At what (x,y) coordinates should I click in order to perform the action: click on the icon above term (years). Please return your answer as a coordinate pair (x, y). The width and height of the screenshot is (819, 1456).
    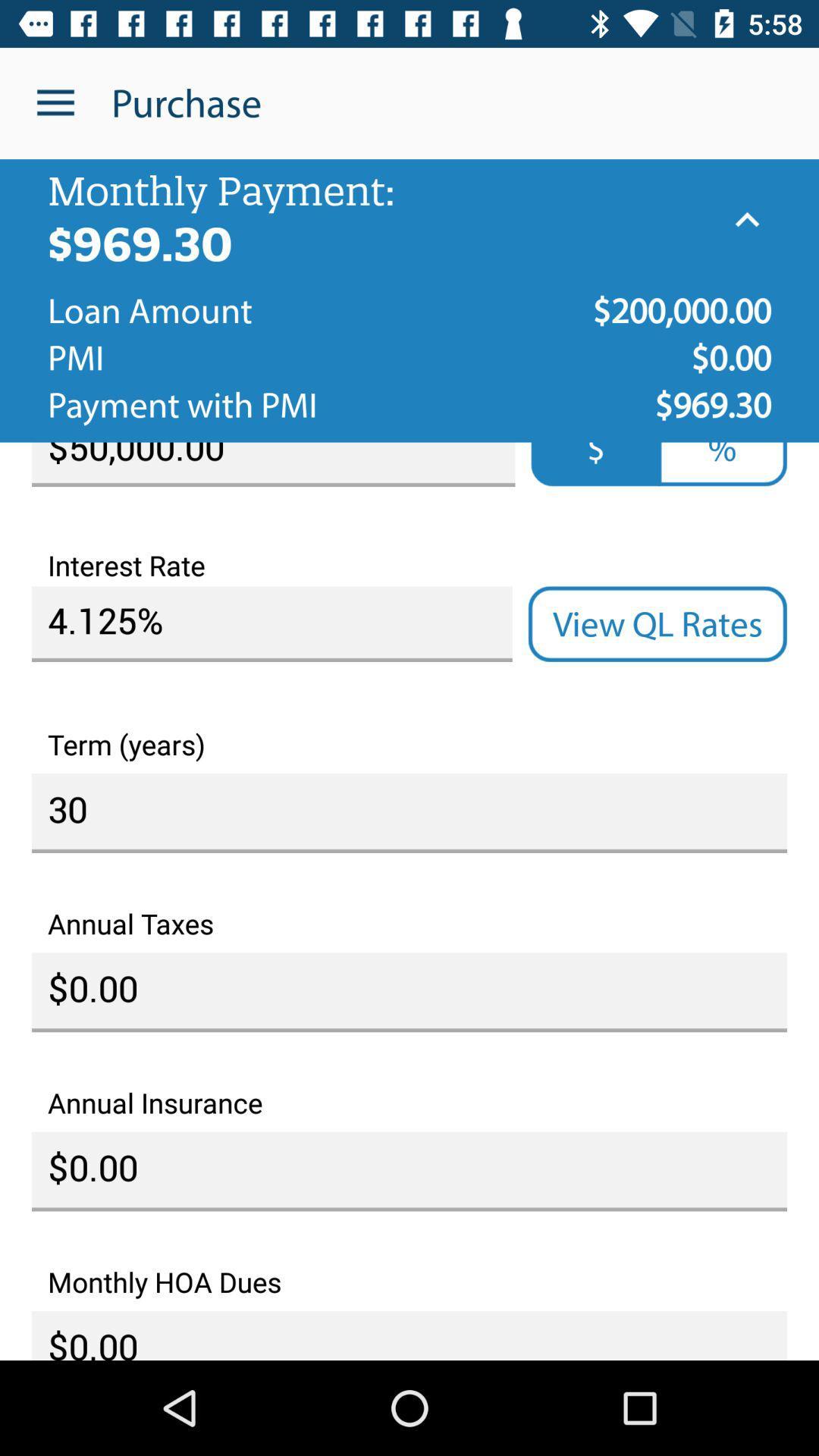
    Looking at the image, I should click on (271, 624).